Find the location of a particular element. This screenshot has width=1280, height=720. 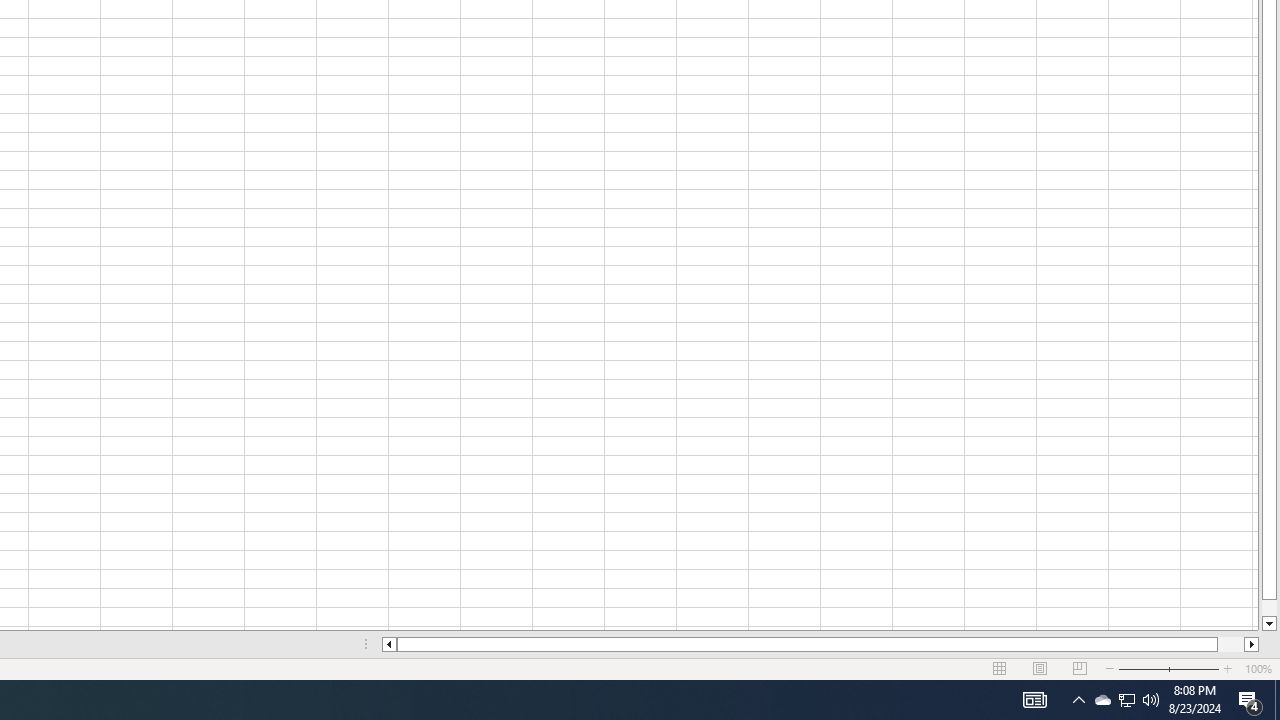

'Zoom' is located at coordinates (1168, 669).